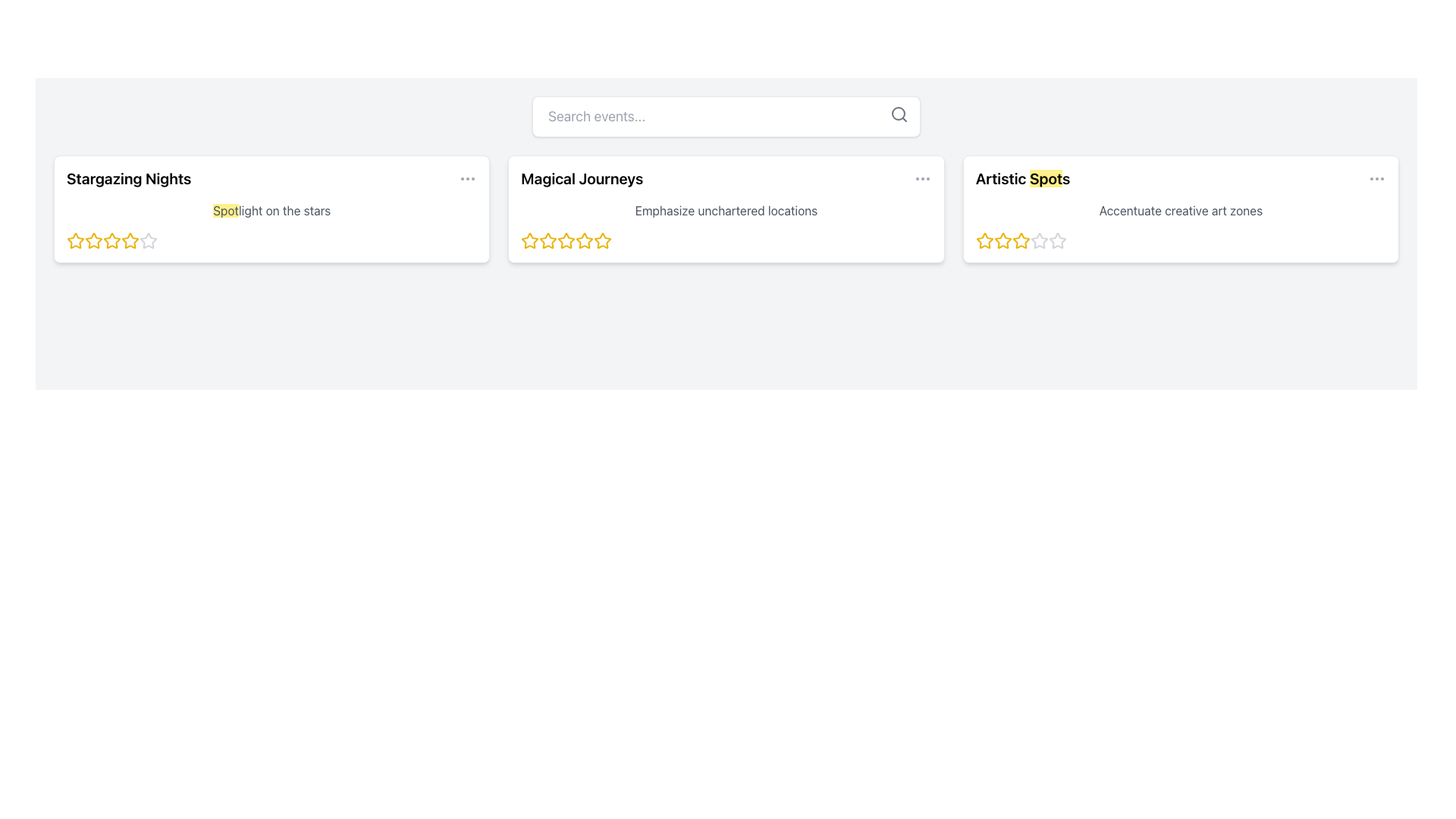 The image size is (1456, 819). Describe the element at coordinates (602, 240) in the screenshot. I see `the tooltip or animation of the fifth star icon used for displaying ratings, located in the second card from the left in a horizontal list of cards` at that location.